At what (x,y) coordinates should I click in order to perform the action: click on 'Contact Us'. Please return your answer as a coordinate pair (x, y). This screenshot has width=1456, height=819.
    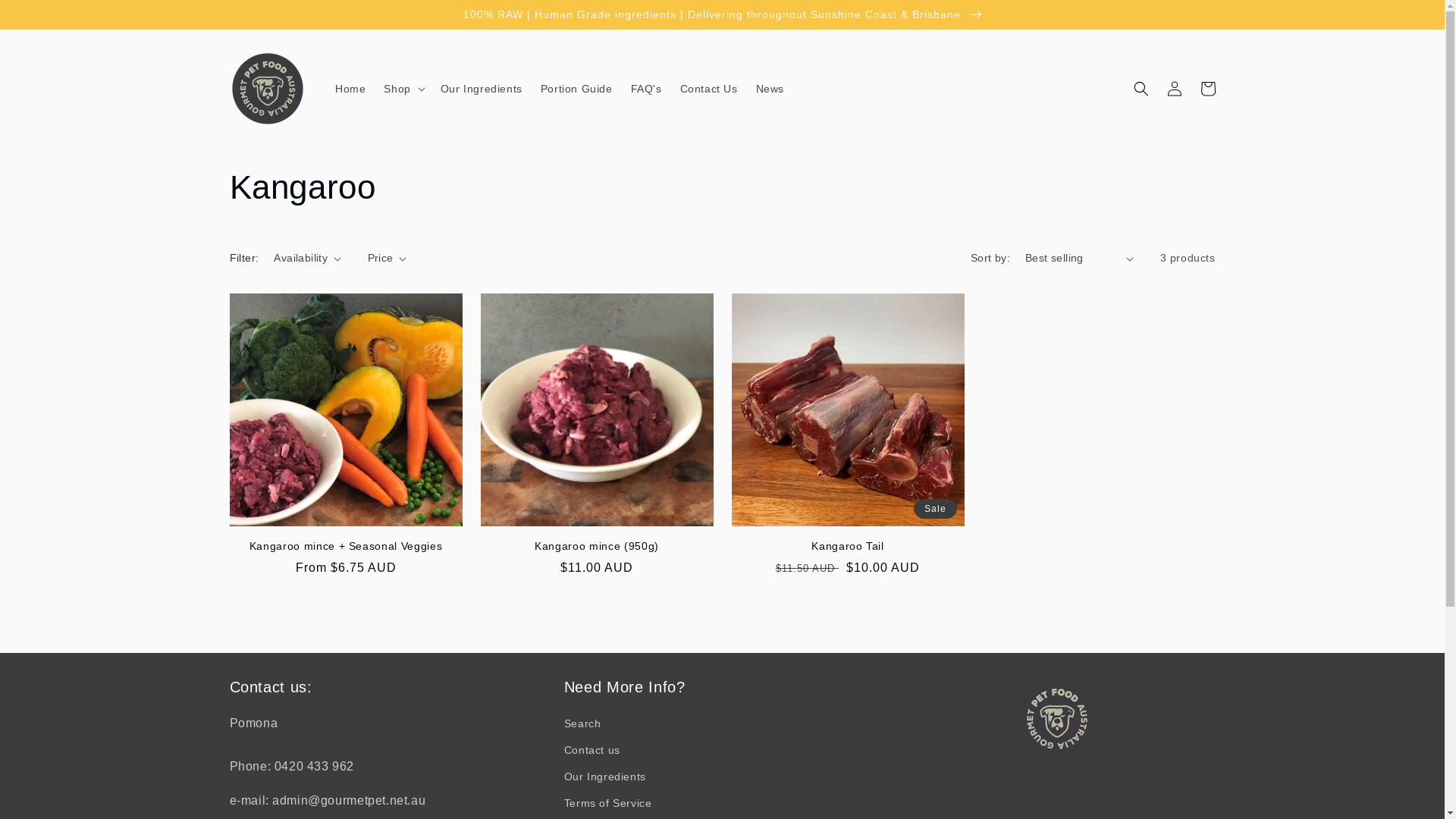
    Looking at the image, I should click on (708, 88).